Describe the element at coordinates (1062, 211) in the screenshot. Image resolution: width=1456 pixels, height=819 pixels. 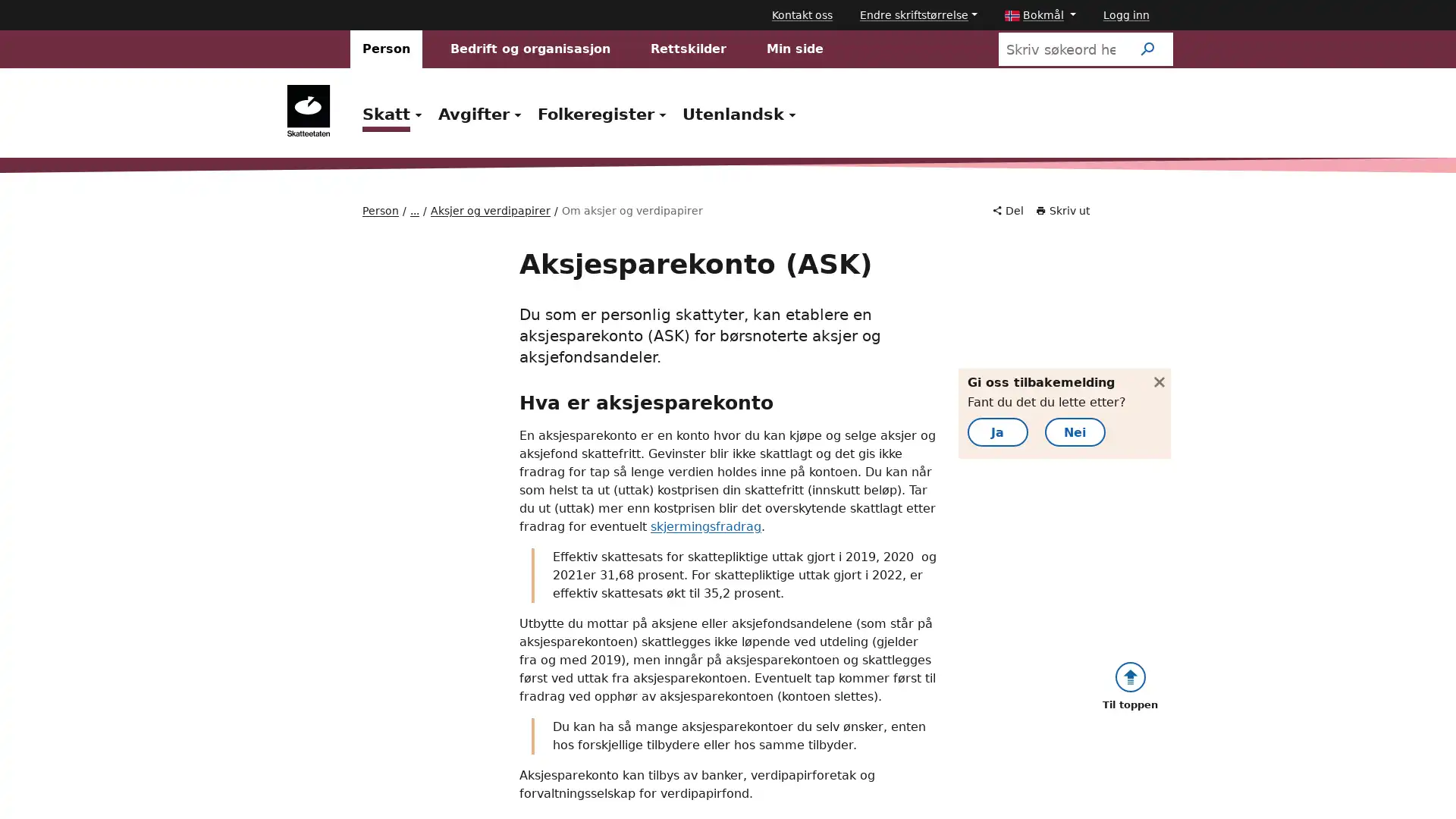
I see `Skriv ut` at that location.